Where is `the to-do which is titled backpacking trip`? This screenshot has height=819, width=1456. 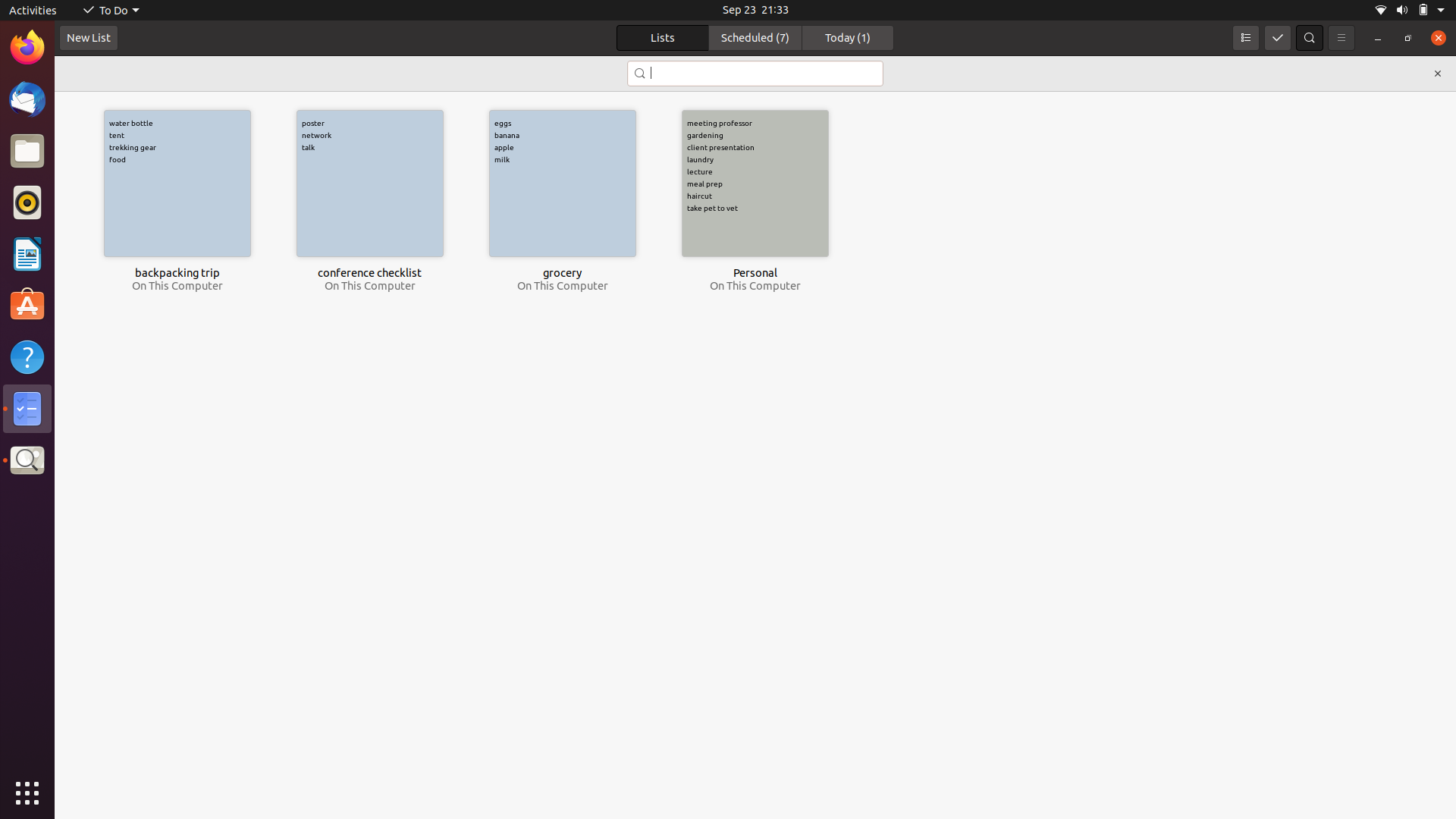
the to-do which is titled backpacking trip is located at coordinates (177, 183).